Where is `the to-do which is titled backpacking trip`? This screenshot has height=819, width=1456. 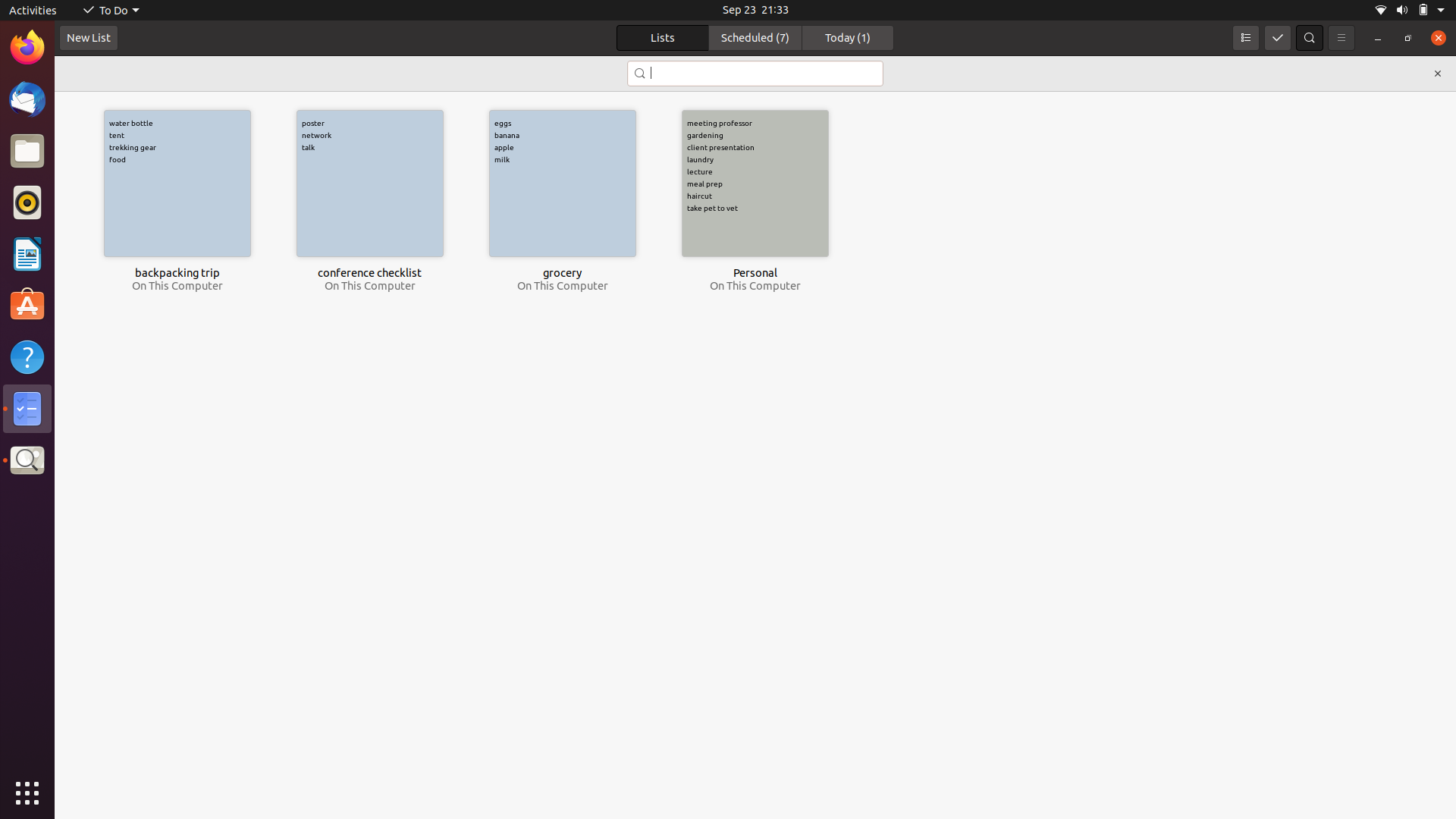
the to-do which is titled backpacking trip is located at coordinates (177, 183).